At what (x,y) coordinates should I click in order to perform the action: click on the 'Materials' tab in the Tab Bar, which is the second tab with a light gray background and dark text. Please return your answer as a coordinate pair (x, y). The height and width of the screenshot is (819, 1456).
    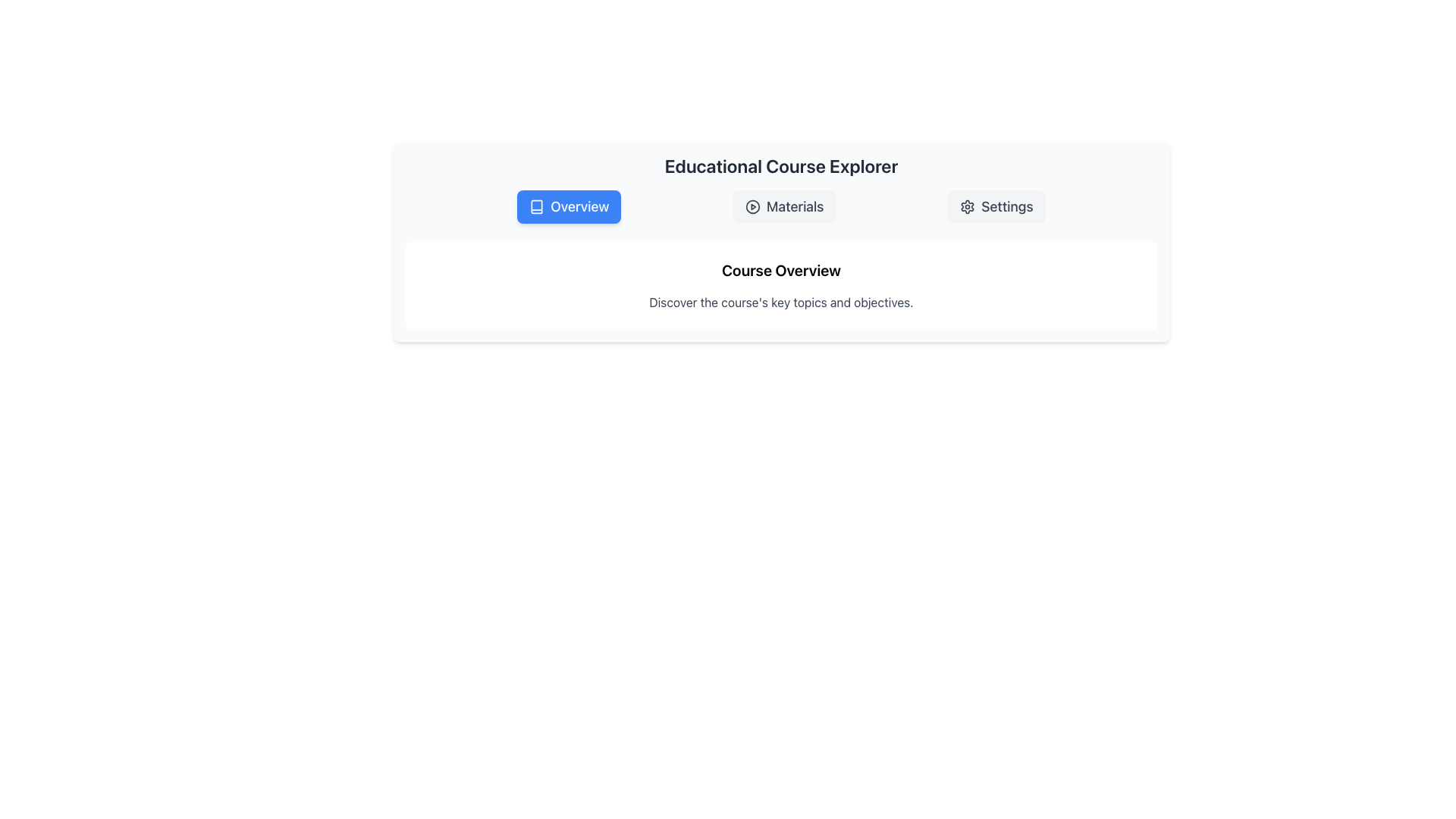
    Looking at the image, I should click on (781, 207).